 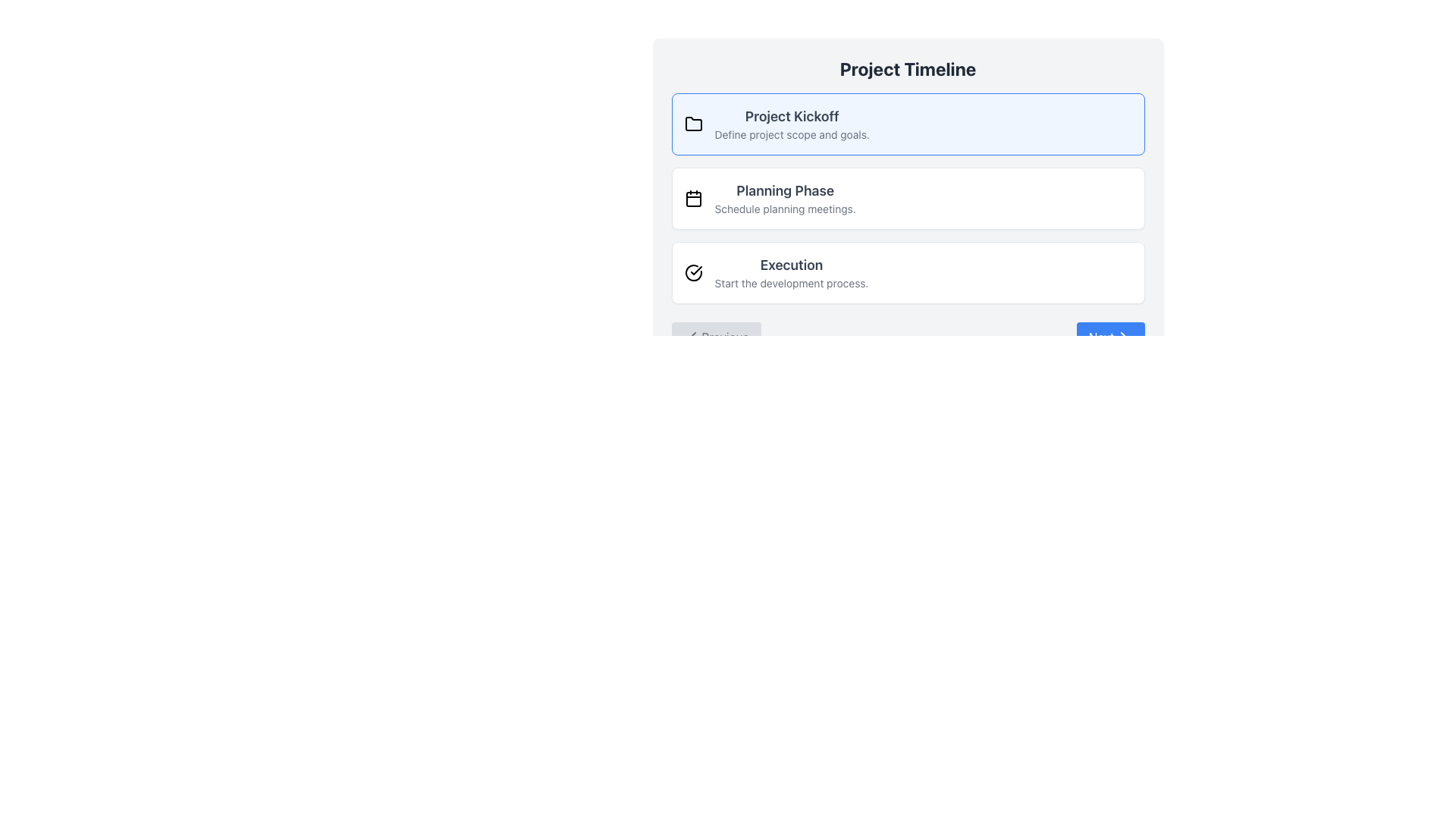 What do you see at coordinates (908, 69) in the screenshot?
I see `text heading labeled 'Project Timeline' which is prominently displayed in bold typography at the top of the layout` at bounding box center [908, 69].